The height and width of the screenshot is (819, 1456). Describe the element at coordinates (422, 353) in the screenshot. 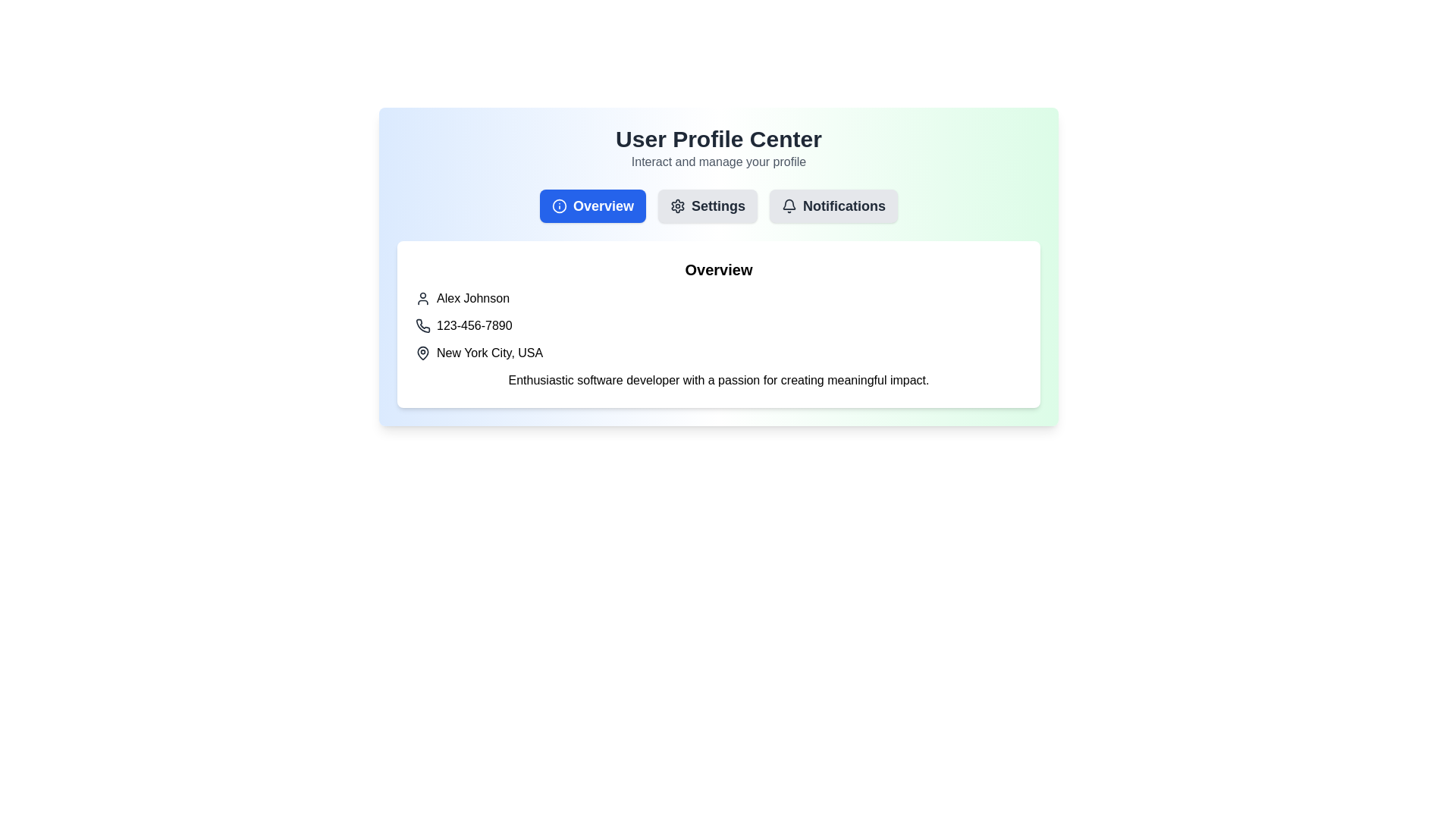

I see `the location marker icon representing 'New York City', which is positioned directly to the left of the text 'New York City, USA'` at that location.